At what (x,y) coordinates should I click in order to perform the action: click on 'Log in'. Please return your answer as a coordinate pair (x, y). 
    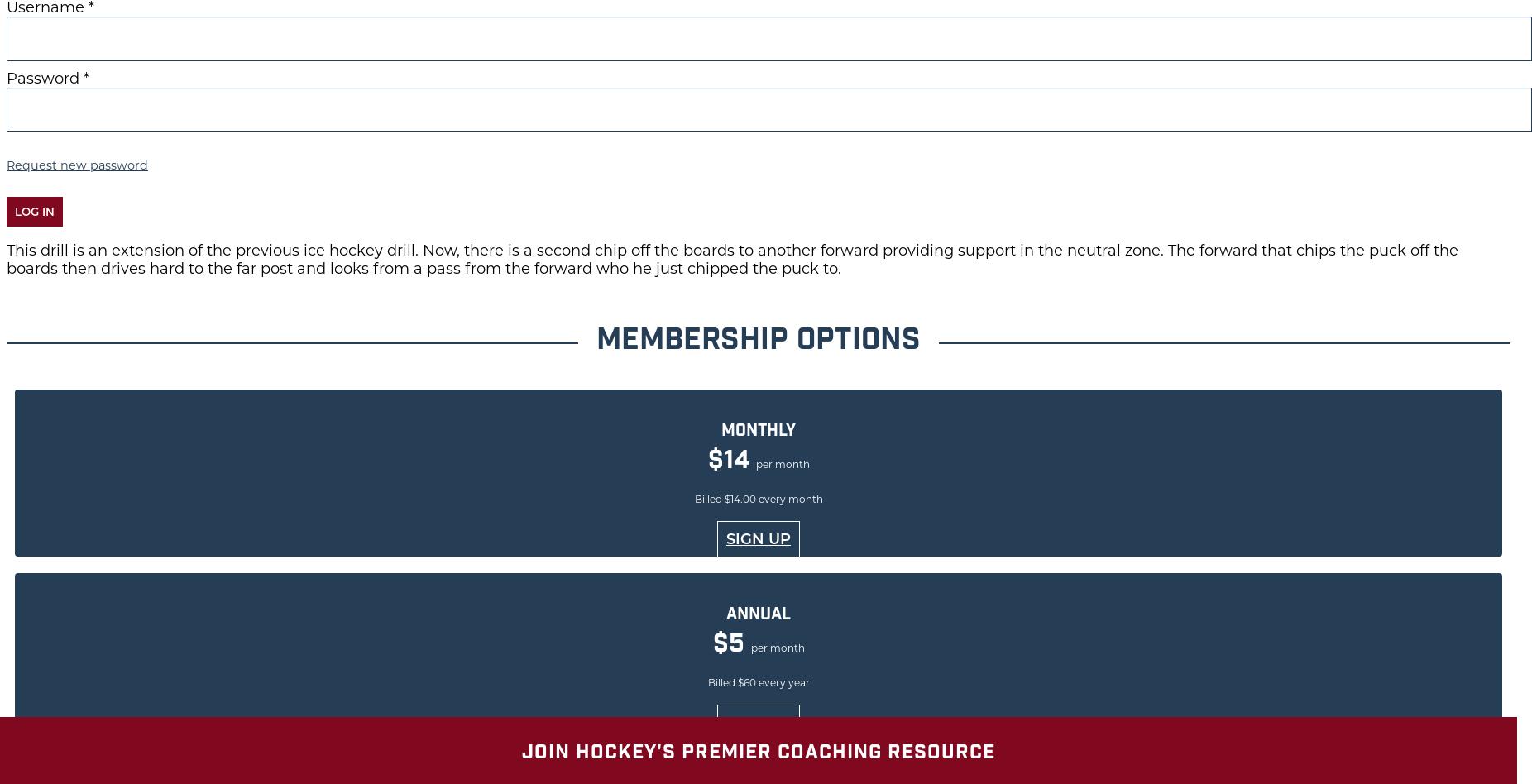
    Looking at the image, I should click on (34, 211).